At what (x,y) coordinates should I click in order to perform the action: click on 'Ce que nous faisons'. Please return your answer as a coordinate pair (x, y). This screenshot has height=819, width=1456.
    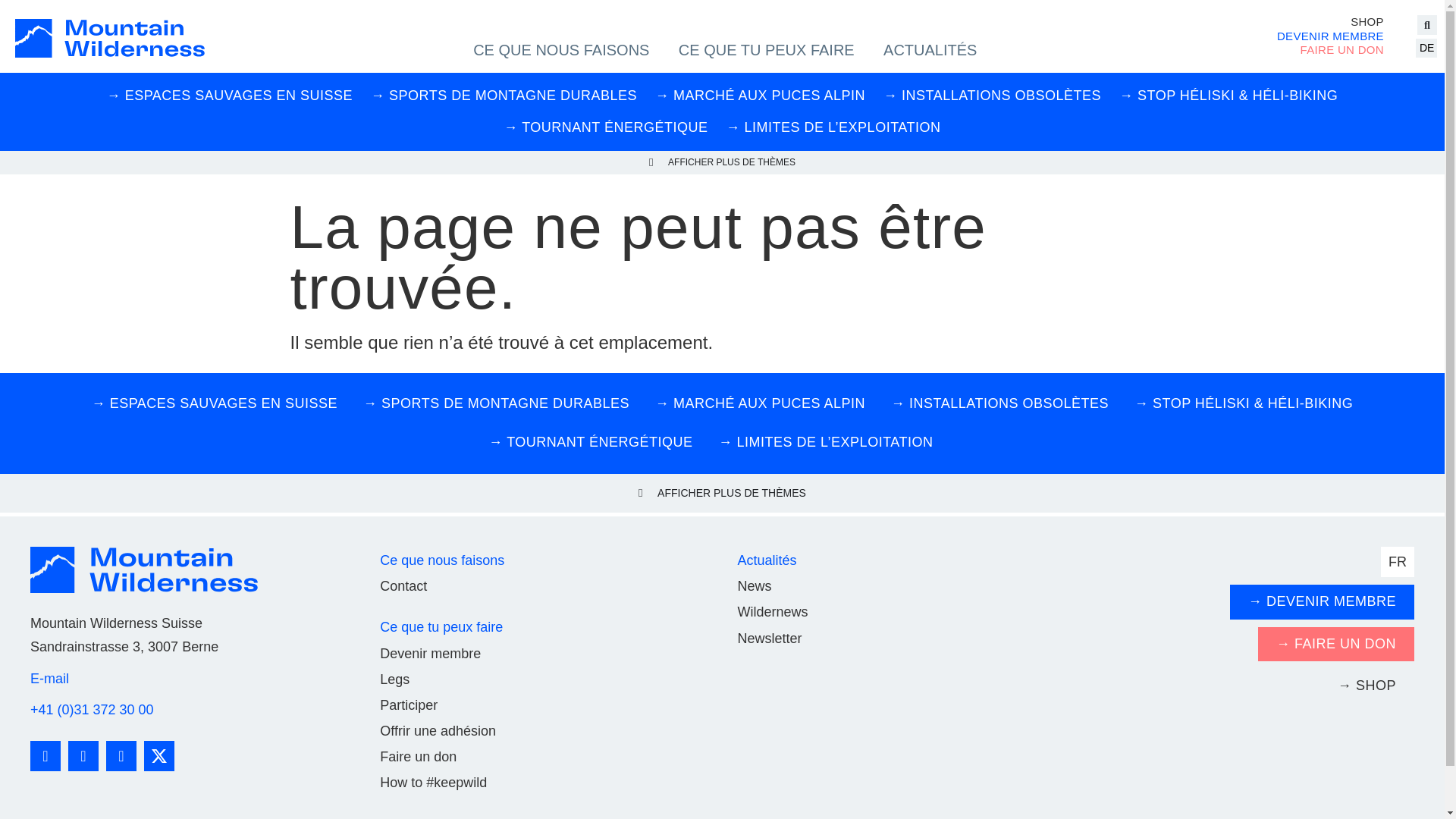
    Looking at the image, I should click on (441, 560).